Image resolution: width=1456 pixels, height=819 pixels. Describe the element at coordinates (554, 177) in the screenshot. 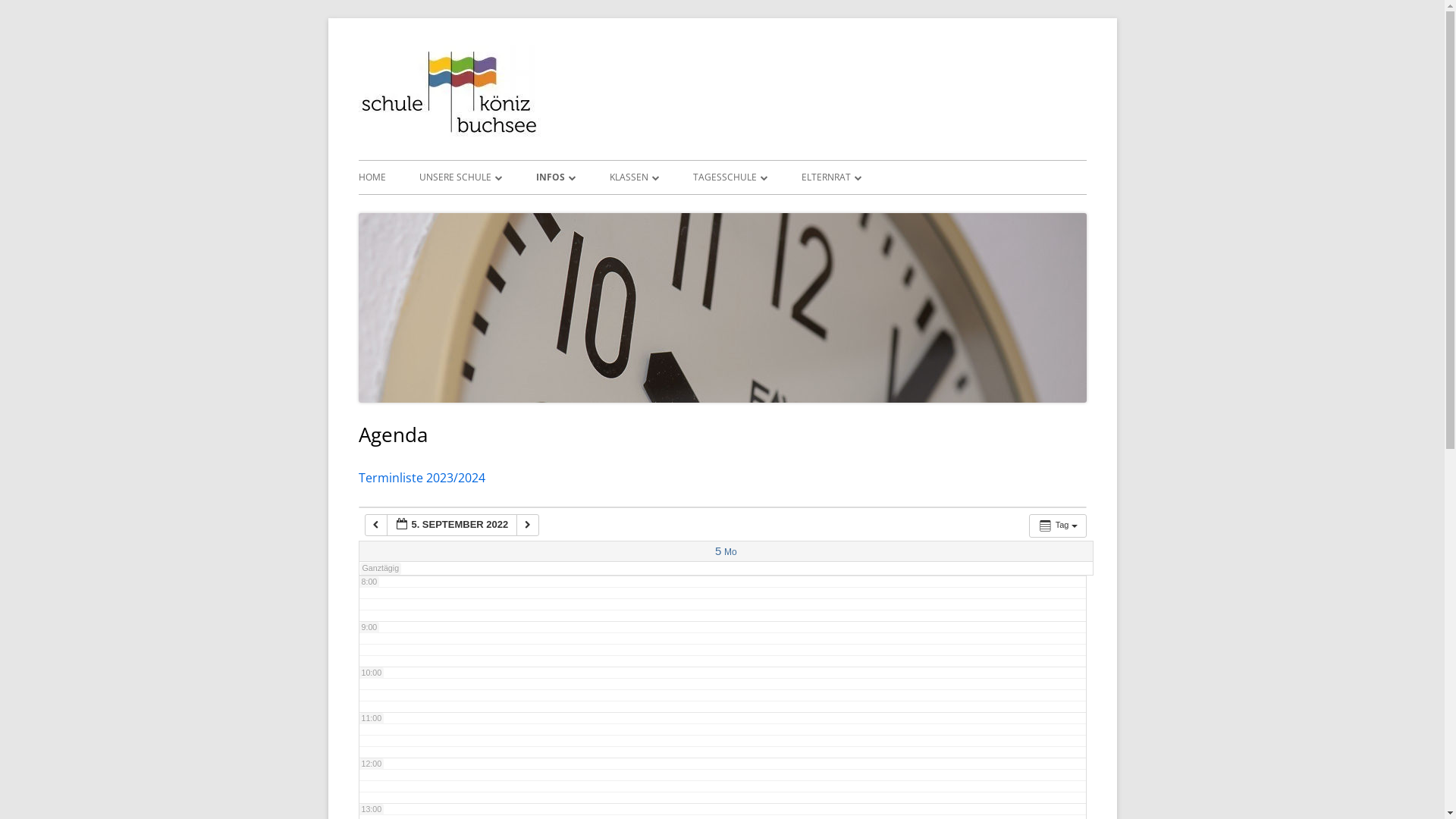

I see `'INFOS'` at that location.